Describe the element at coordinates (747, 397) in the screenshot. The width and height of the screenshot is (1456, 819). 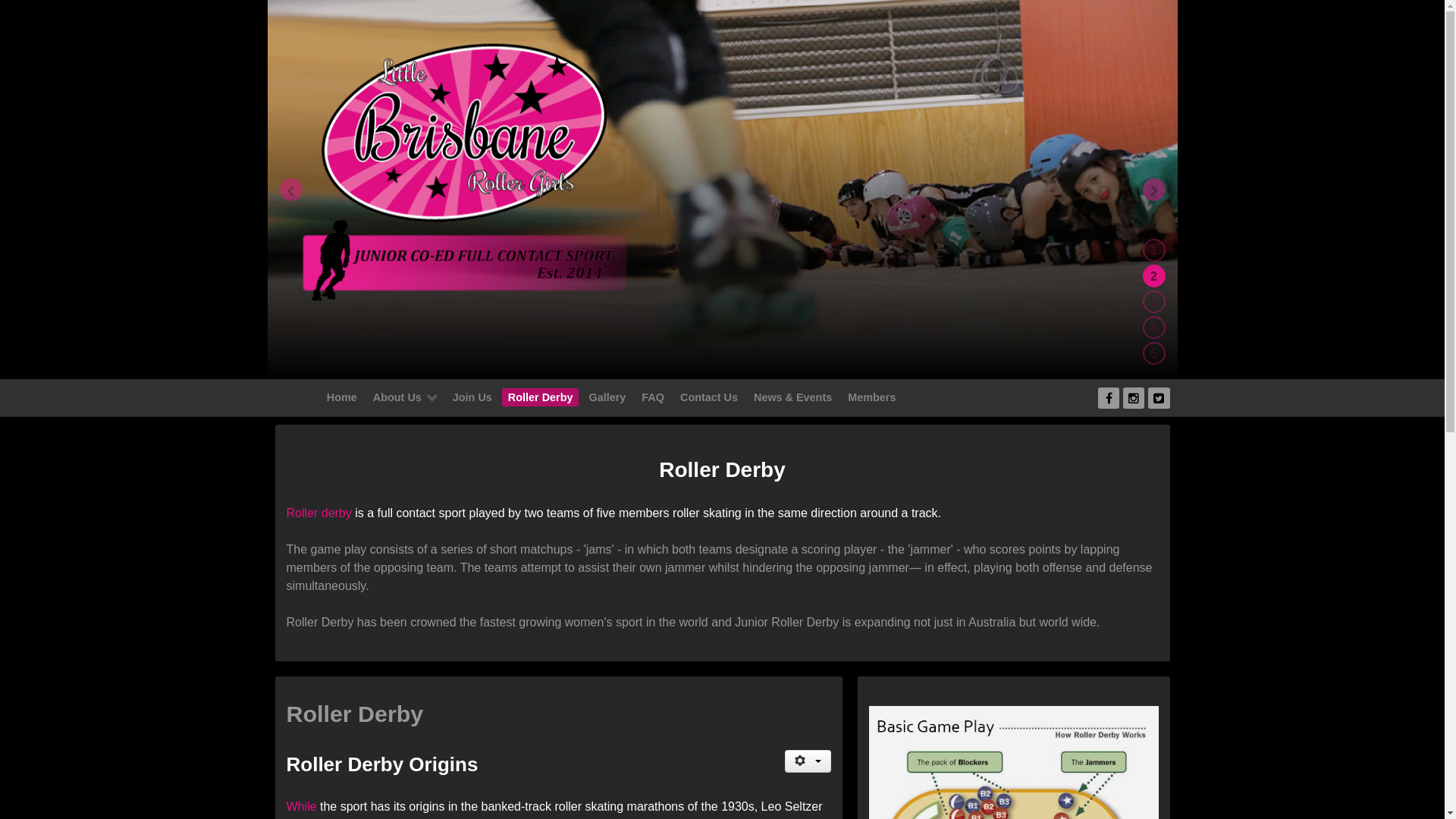
I see `'News & Events'` at that location.